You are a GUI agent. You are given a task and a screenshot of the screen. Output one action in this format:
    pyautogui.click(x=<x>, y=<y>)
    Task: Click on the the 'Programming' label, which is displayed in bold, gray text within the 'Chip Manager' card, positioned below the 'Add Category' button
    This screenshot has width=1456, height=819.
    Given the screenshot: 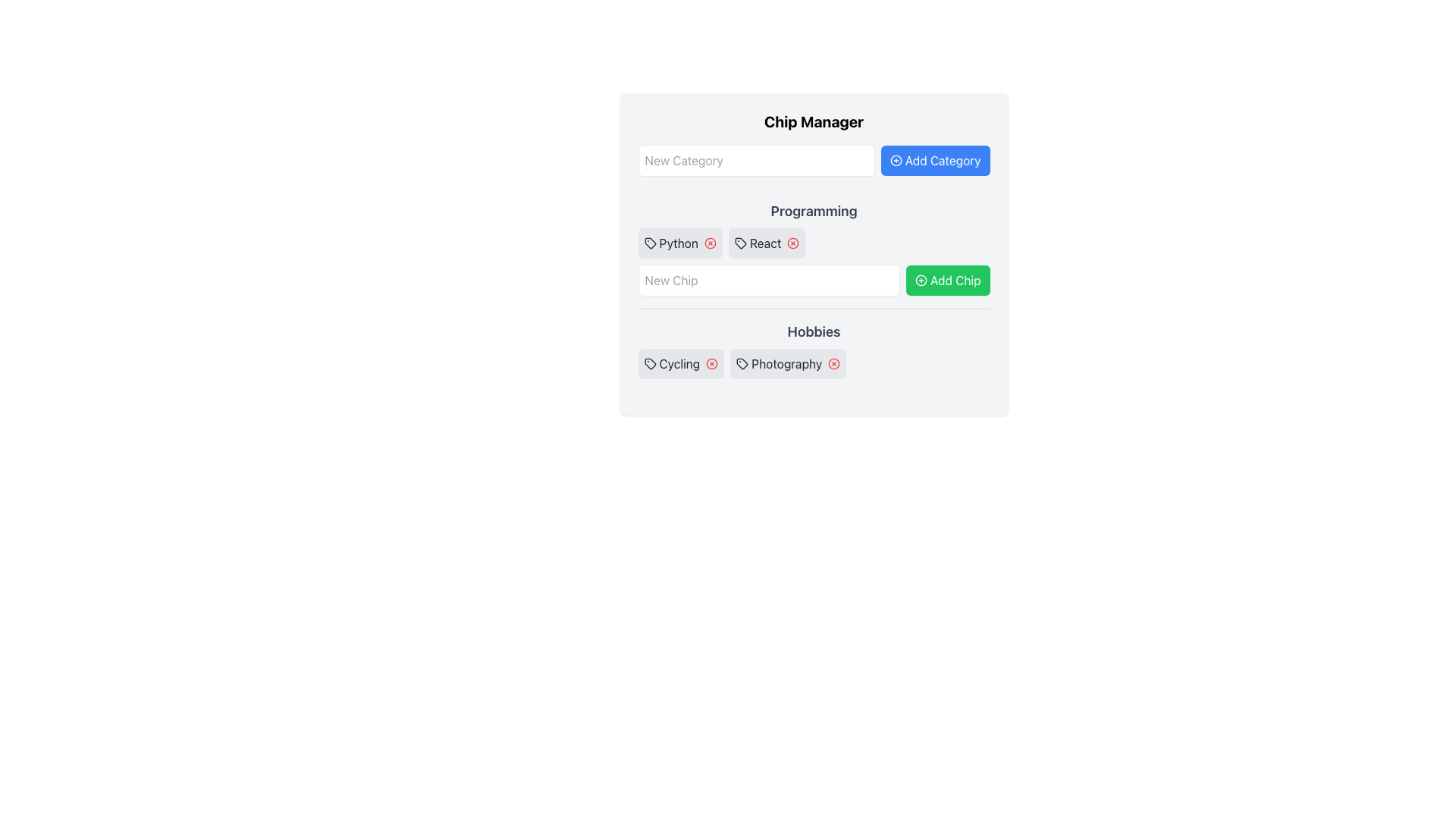 What is the action you would take?
    pyautogui.click(x=813, y=211)
    